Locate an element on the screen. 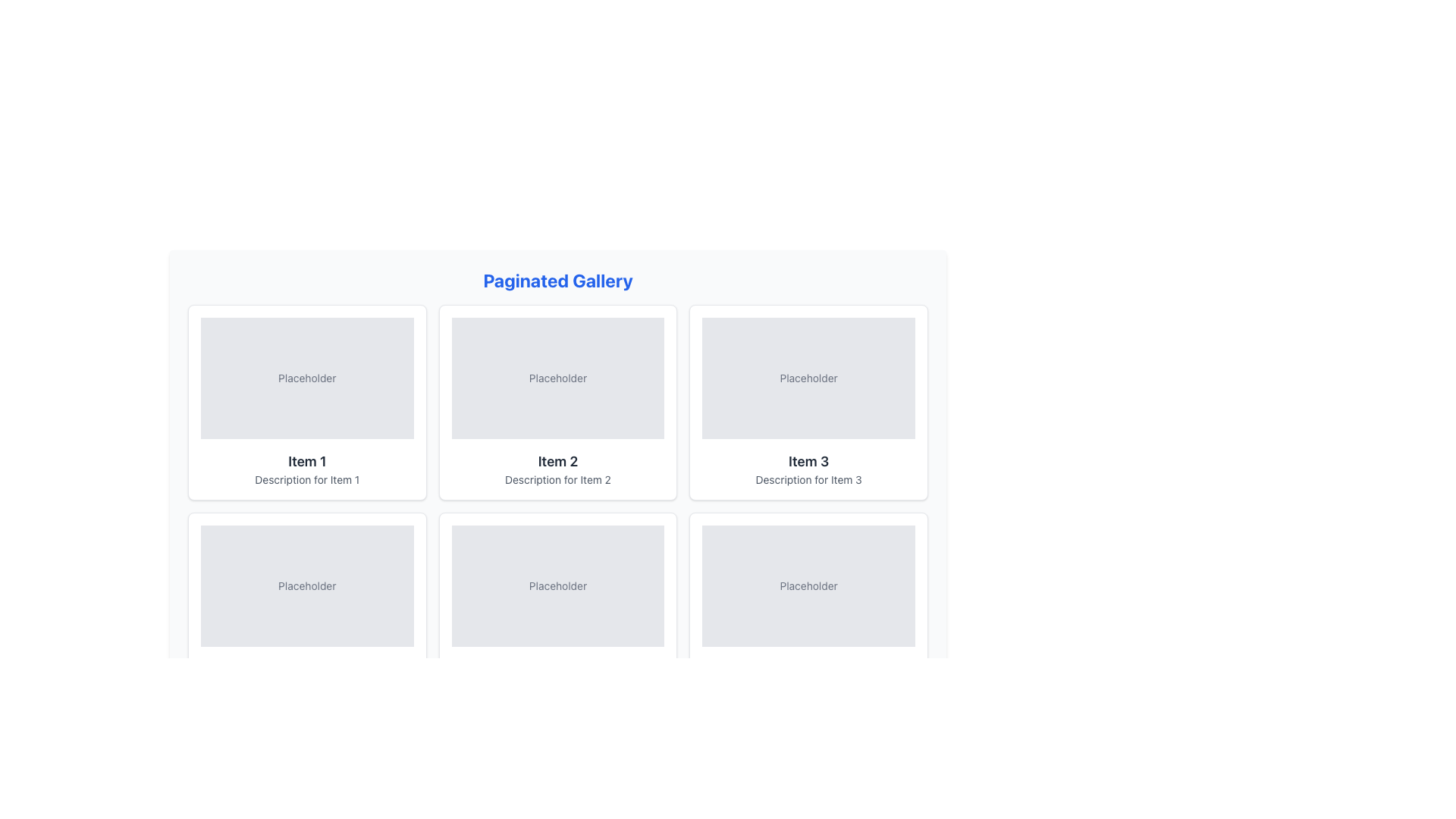  the placeholder text label located in the middle card of the second row in a grid layout, which is centrally positioned within a light gray rectangular card is located at coordinates (557, 585).